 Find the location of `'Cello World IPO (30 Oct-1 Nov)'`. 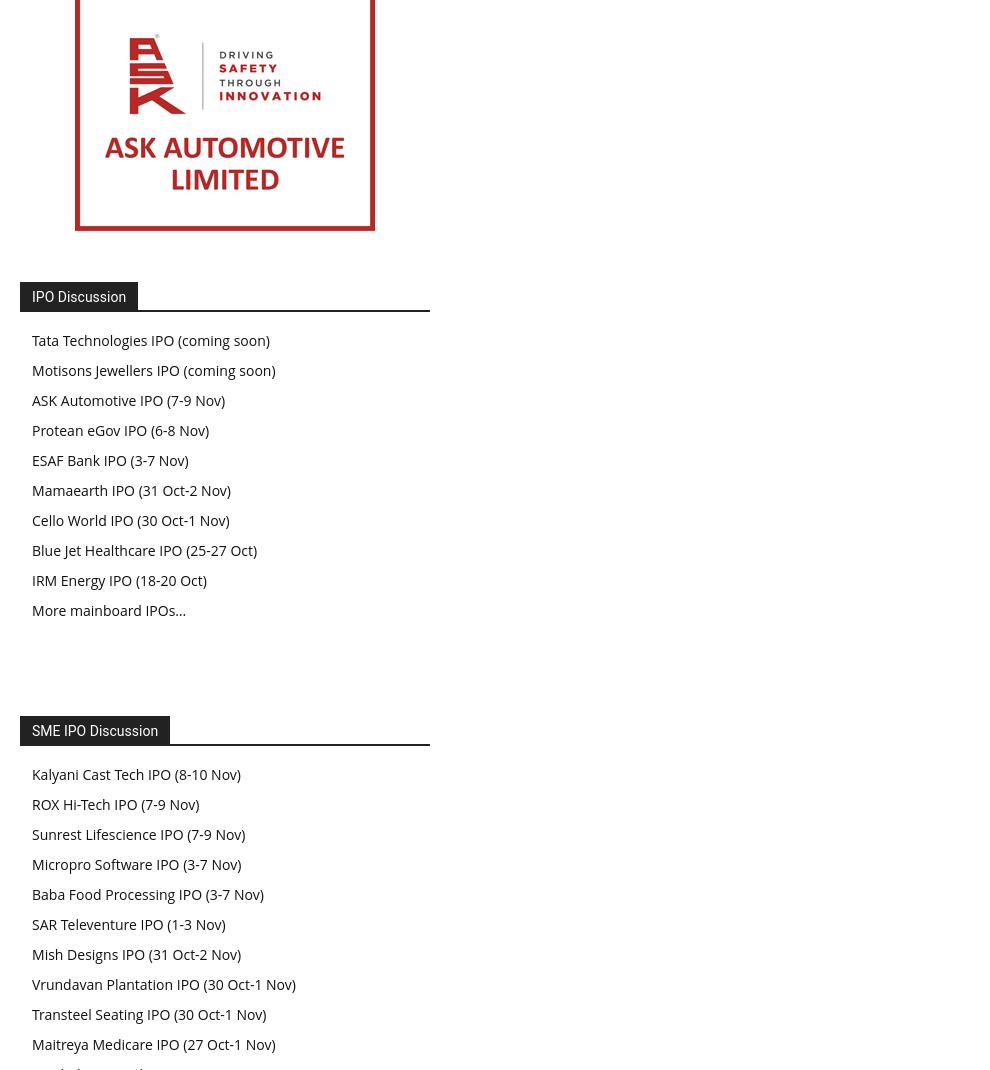

'Cello World IPO (30 Oct-1 Nov)' is located at coordinates (129, 519).